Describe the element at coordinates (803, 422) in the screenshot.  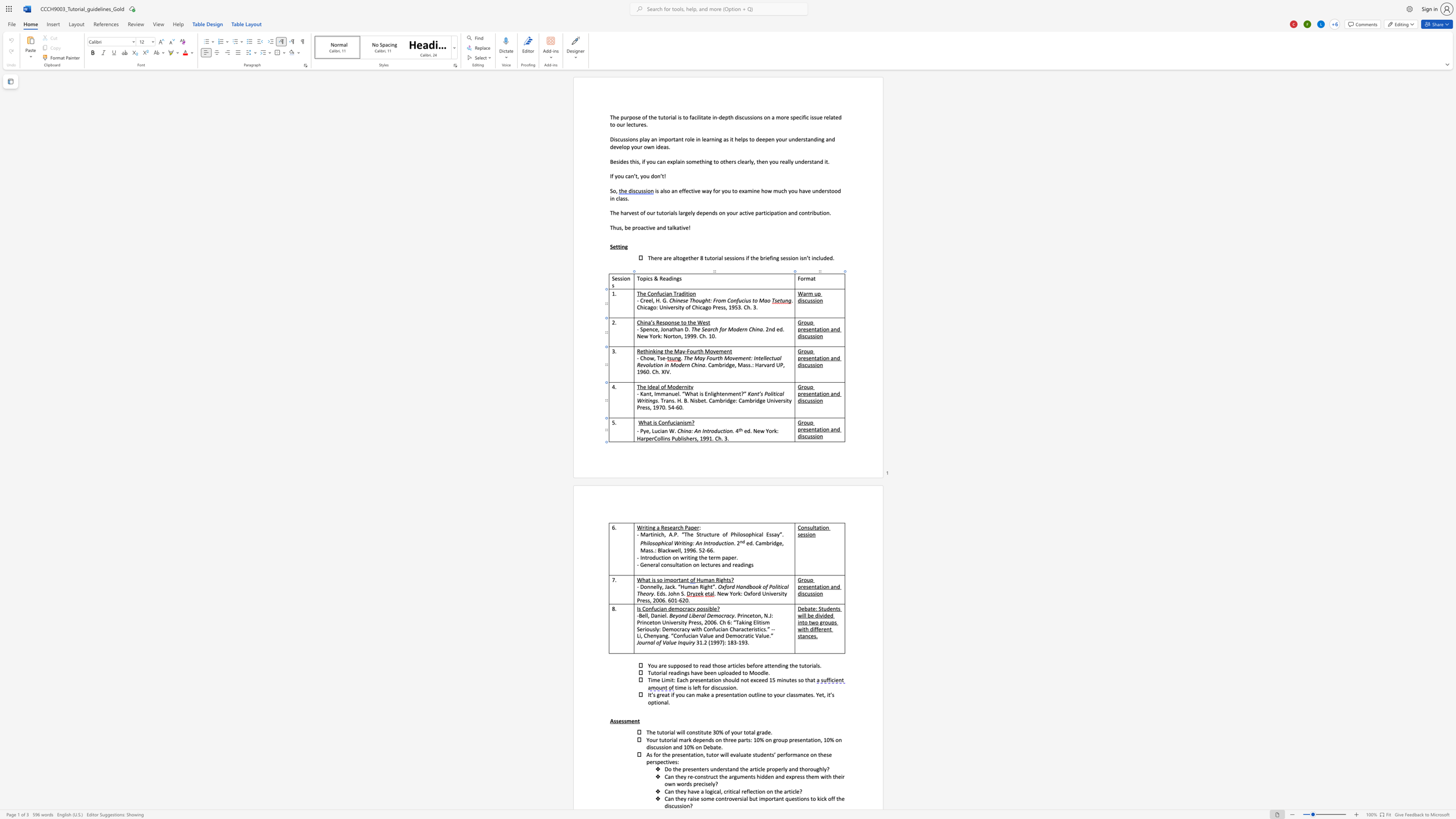
I see `the space between the continuous character "r" and "o" in the text` at that location.